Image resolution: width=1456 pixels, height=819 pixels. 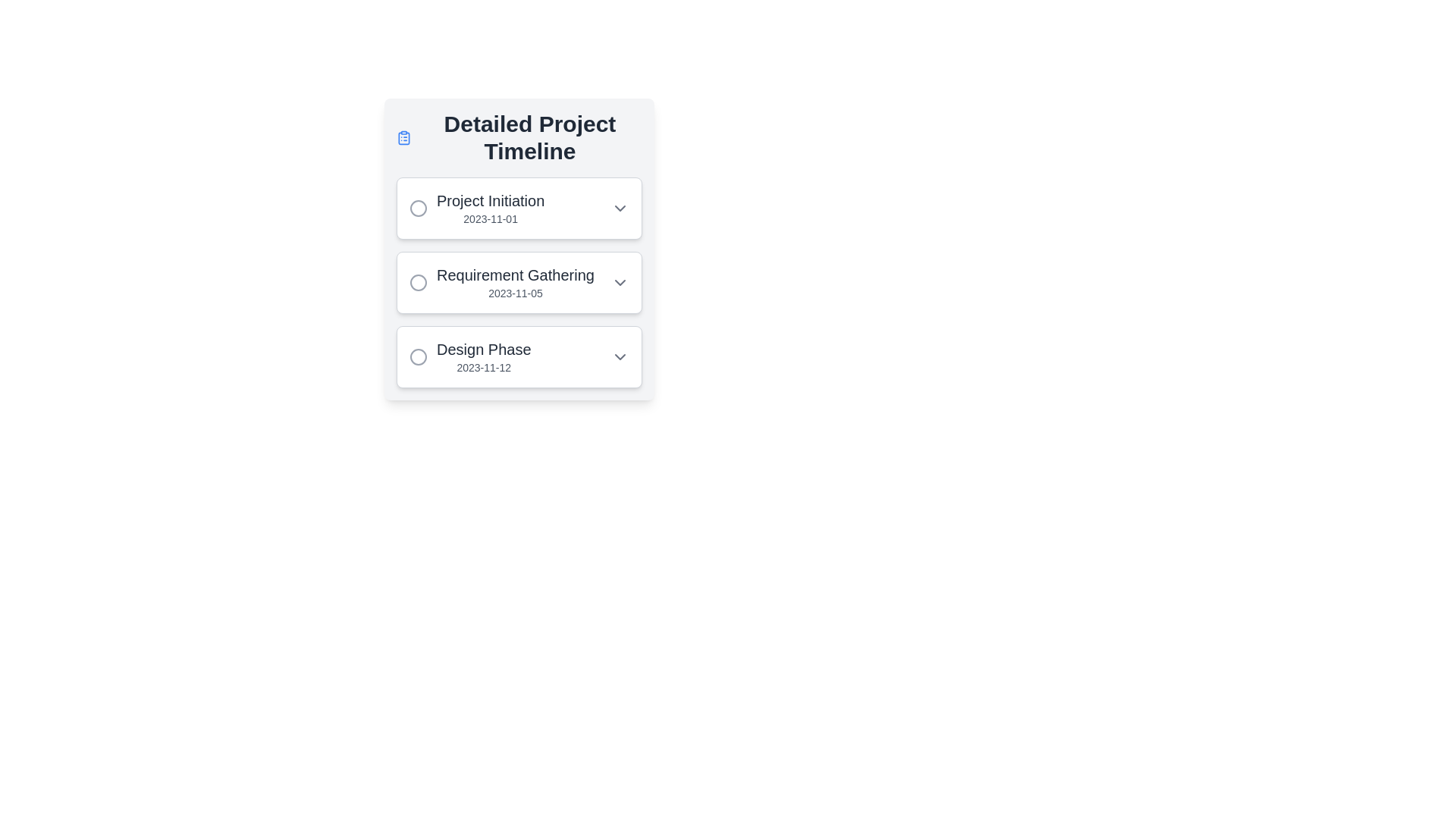 I want to click on the third text label in the 'Detailed Project Timeline' section, which identifies a specific stage in the project and is positioned directly above the date label '2023-11-12', so click(x=483, y=350).